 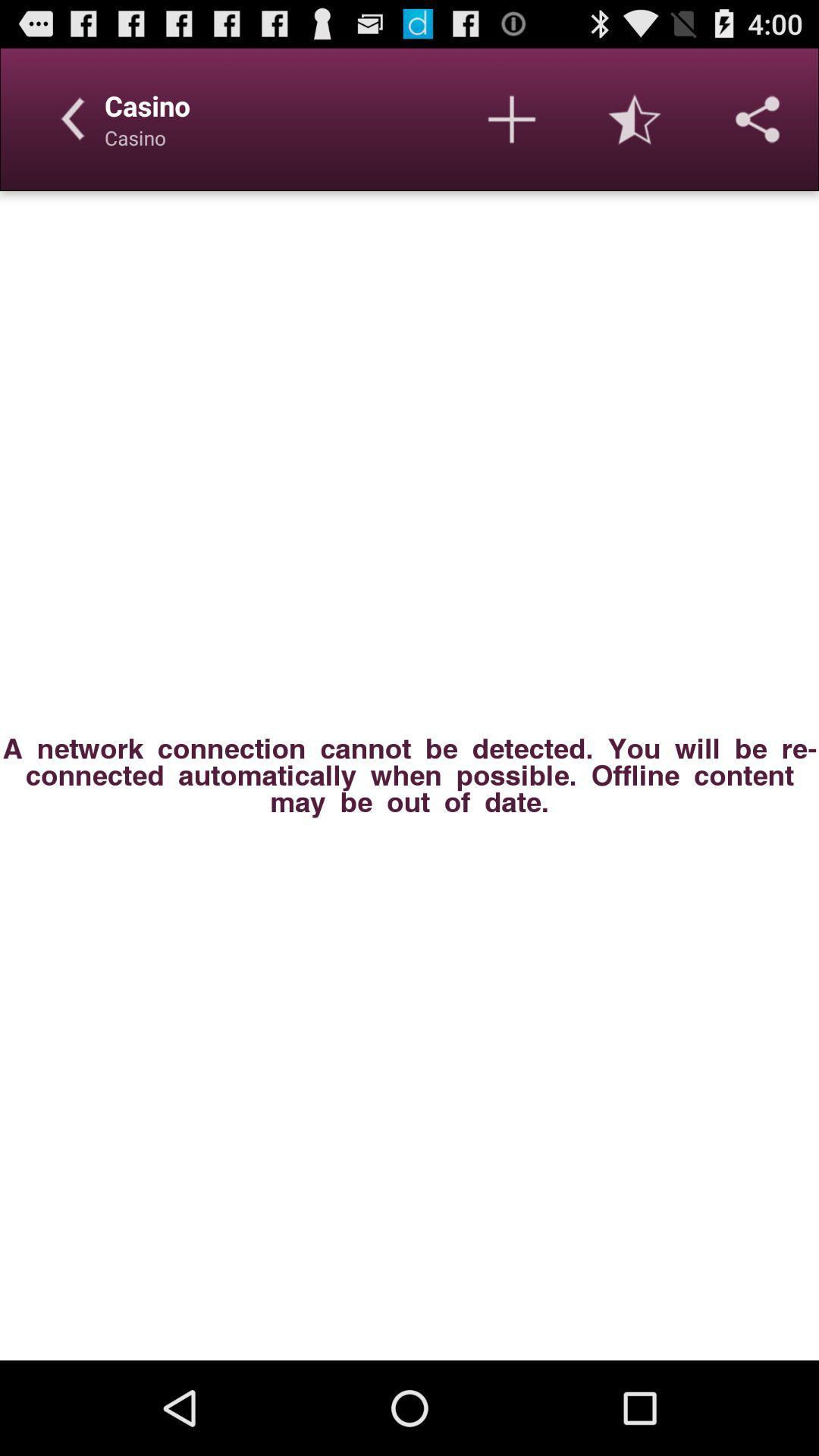 What do you see at coordinates (758, 118) in the screenshot?
I see `share button` at bounding box center [758, 118].